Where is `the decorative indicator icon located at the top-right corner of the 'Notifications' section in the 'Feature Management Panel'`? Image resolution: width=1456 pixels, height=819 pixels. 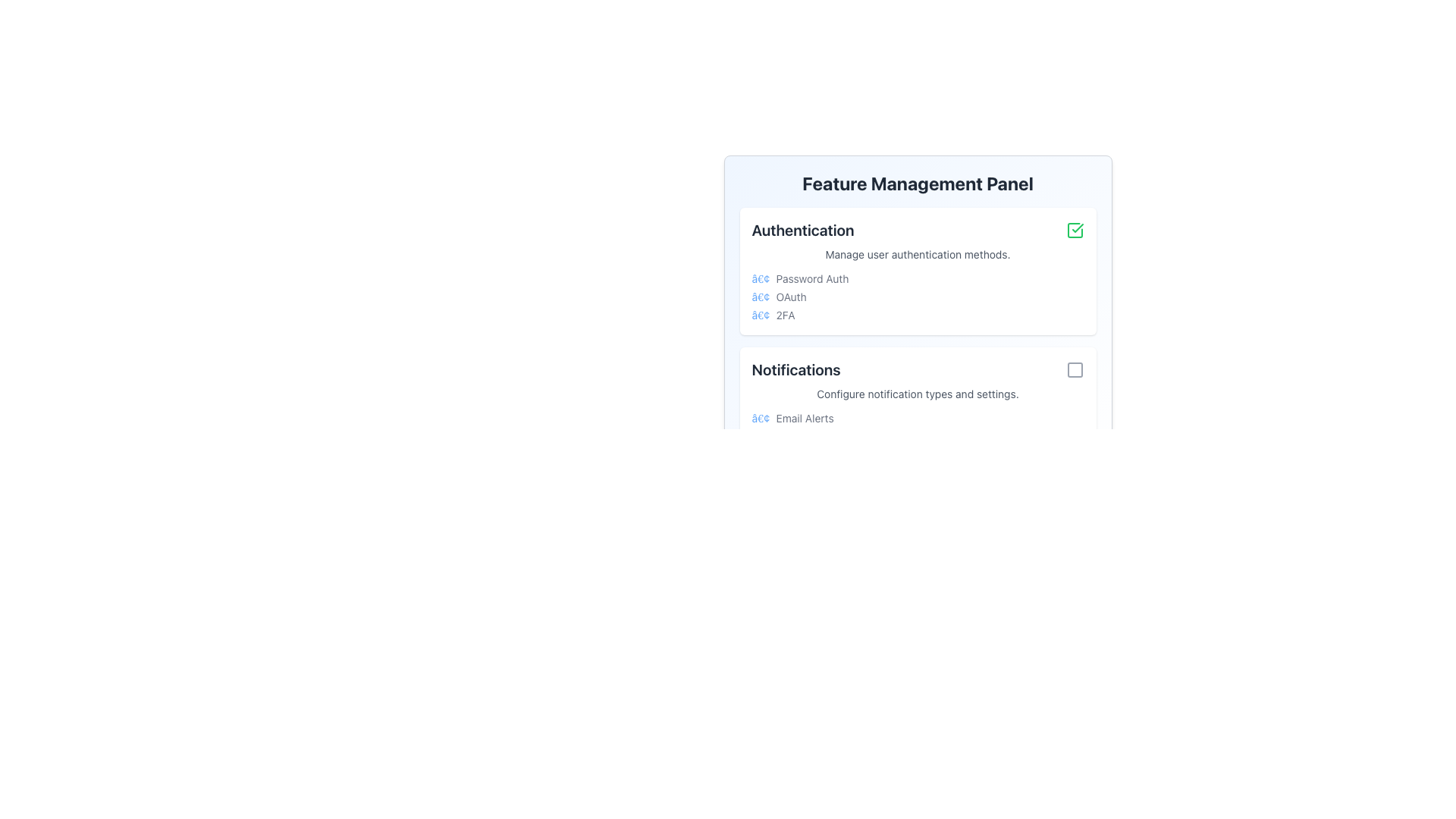
the decorative indicator icon located at the top-right corner of the 'Notifications' section in the 'Feature Management Panel' is located at coordinates (1074, 370).